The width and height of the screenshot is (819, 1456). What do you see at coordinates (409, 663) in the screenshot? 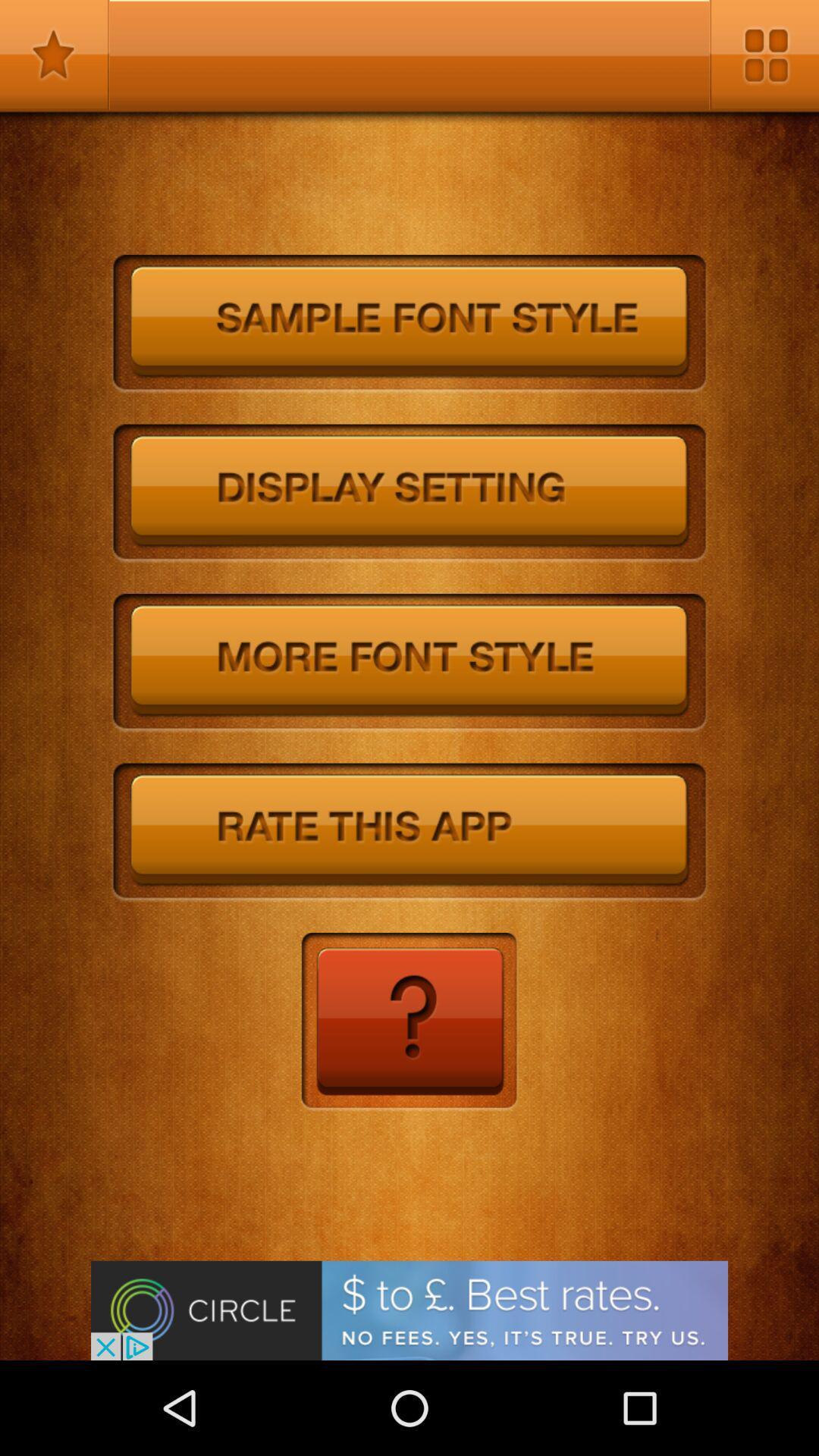
I see `font styles` at bounding box center [409, 663].